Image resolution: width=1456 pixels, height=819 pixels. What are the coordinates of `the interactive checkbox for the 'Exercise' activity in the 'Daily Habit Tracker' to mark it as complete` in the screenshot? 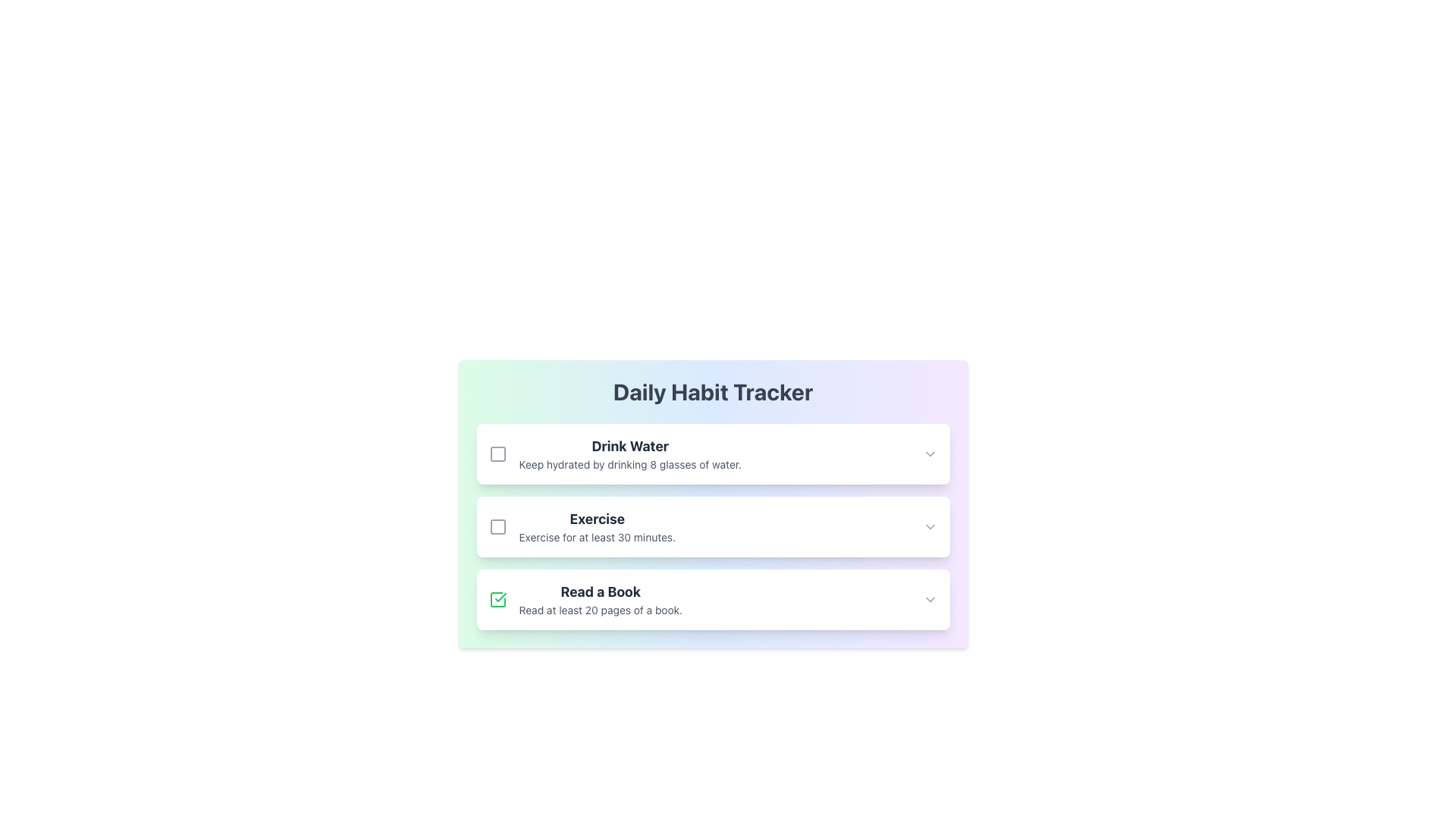 It's located at (497, 526).